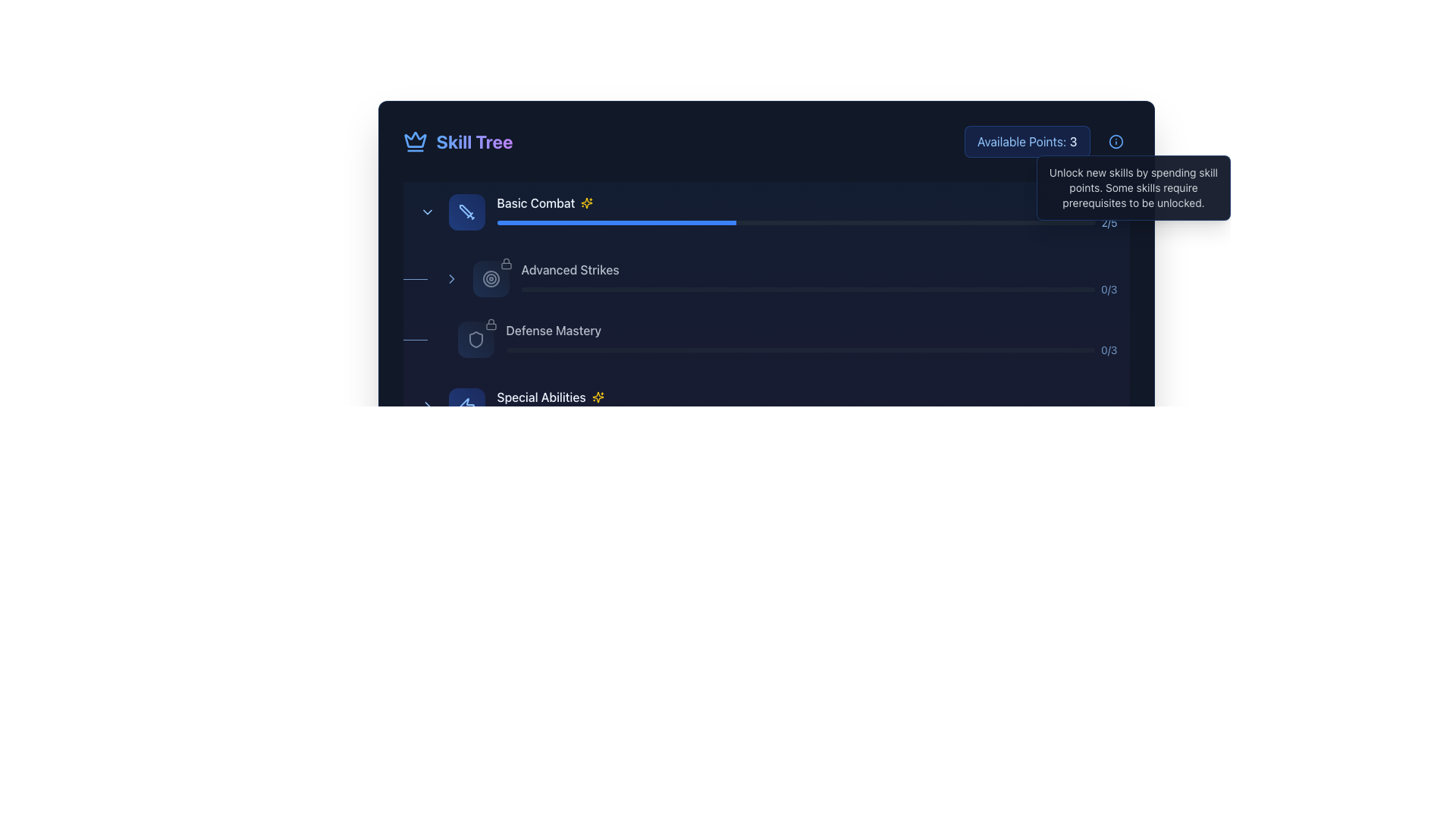  What do you see at coordinates (778, 338) in the screenshot?
I see `the 'Defense Mastery' skill detail row in the skill tree interface, which is the third position in the list, displaying the skill name and progress` at bounding box center [778, 338].